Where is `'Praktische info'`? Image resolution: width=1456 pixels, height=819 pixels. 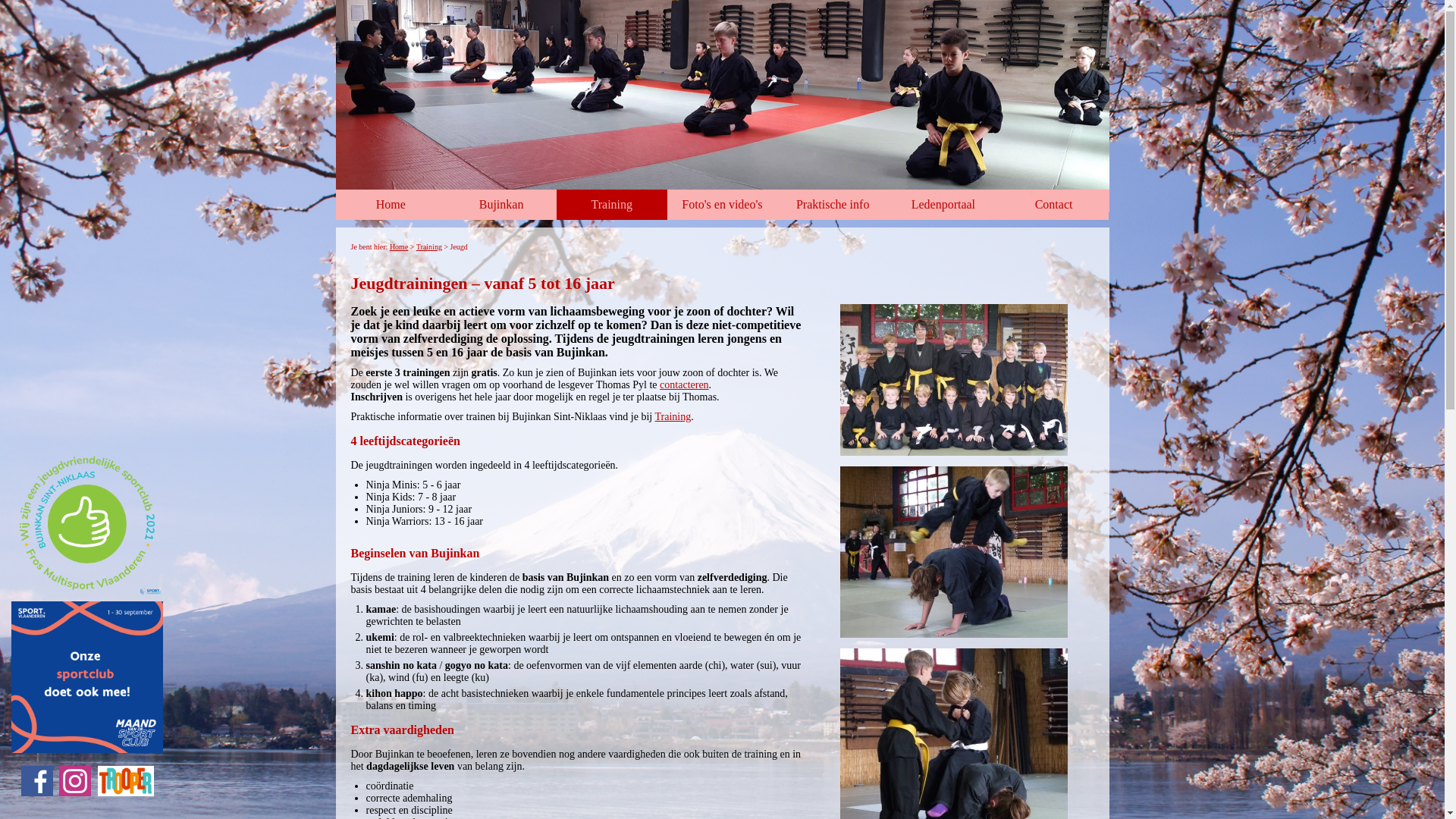 'Praktische info' is located at coordinates (832, 205).